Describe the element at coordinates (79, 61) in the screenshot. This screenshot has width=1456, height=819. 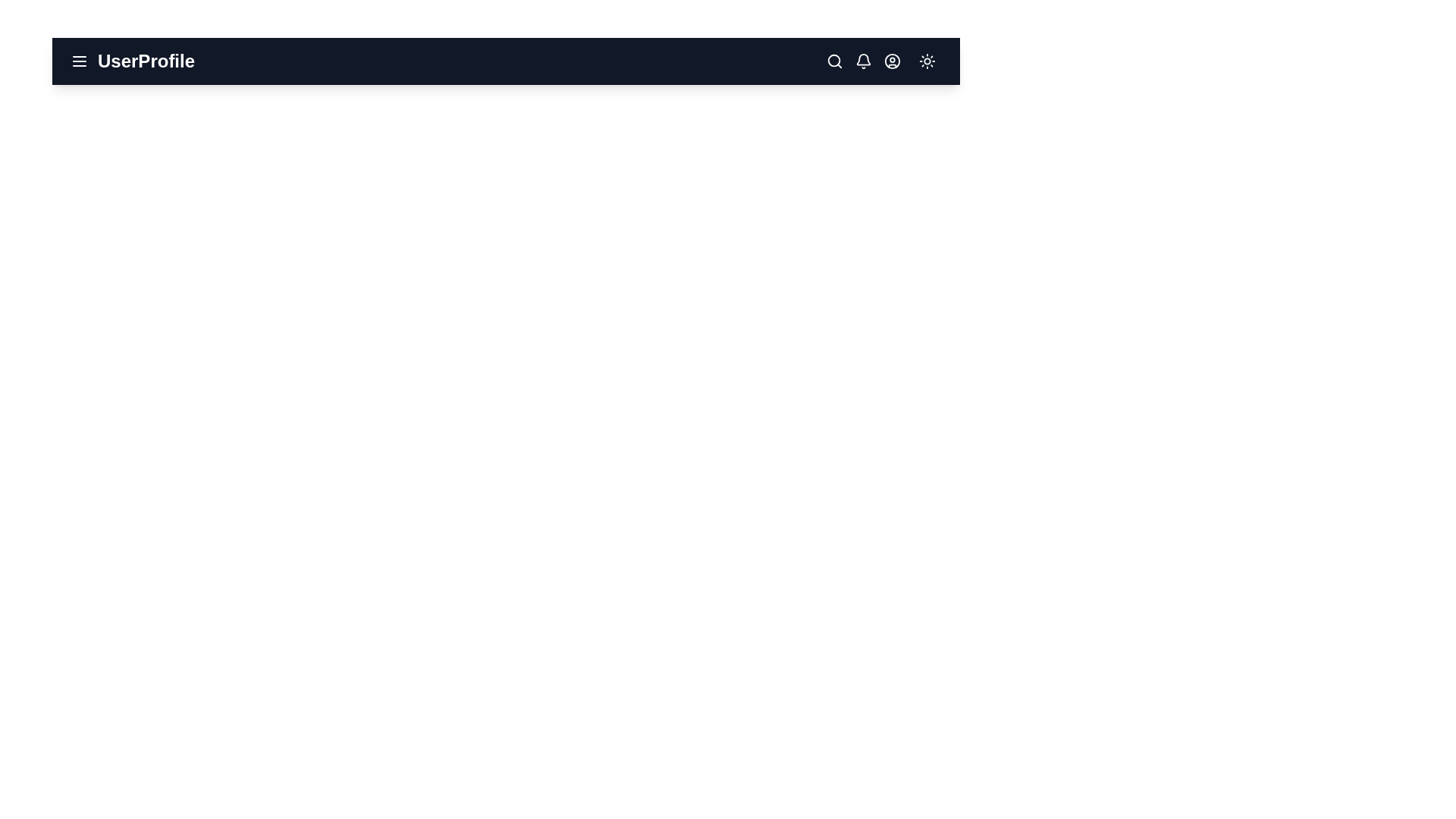
I see `the menu icon to access the application menu` at that location.